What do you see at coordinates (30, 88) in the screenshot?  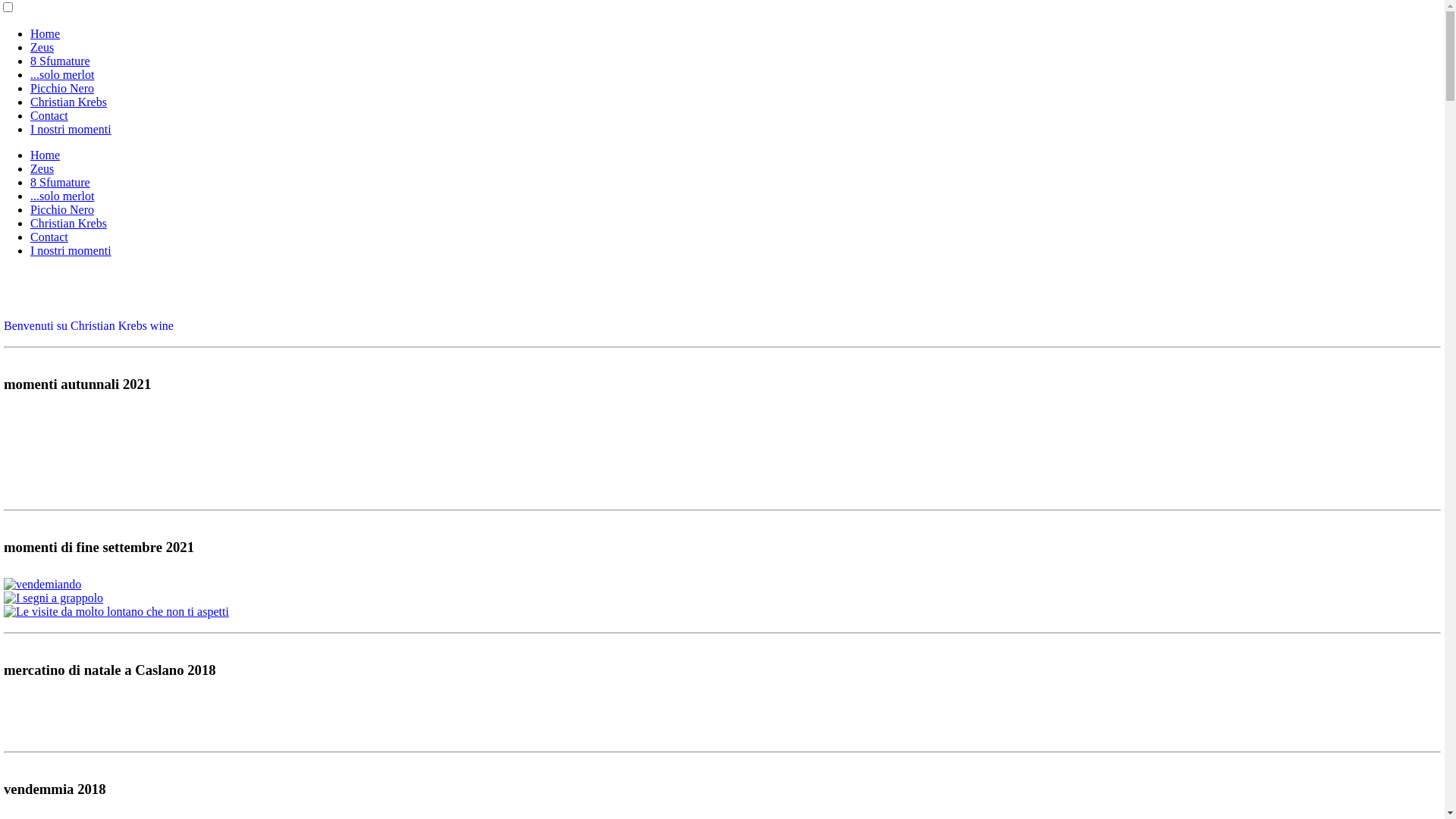 I see `'Picchio Nero'` at bounding box center [30, 88].